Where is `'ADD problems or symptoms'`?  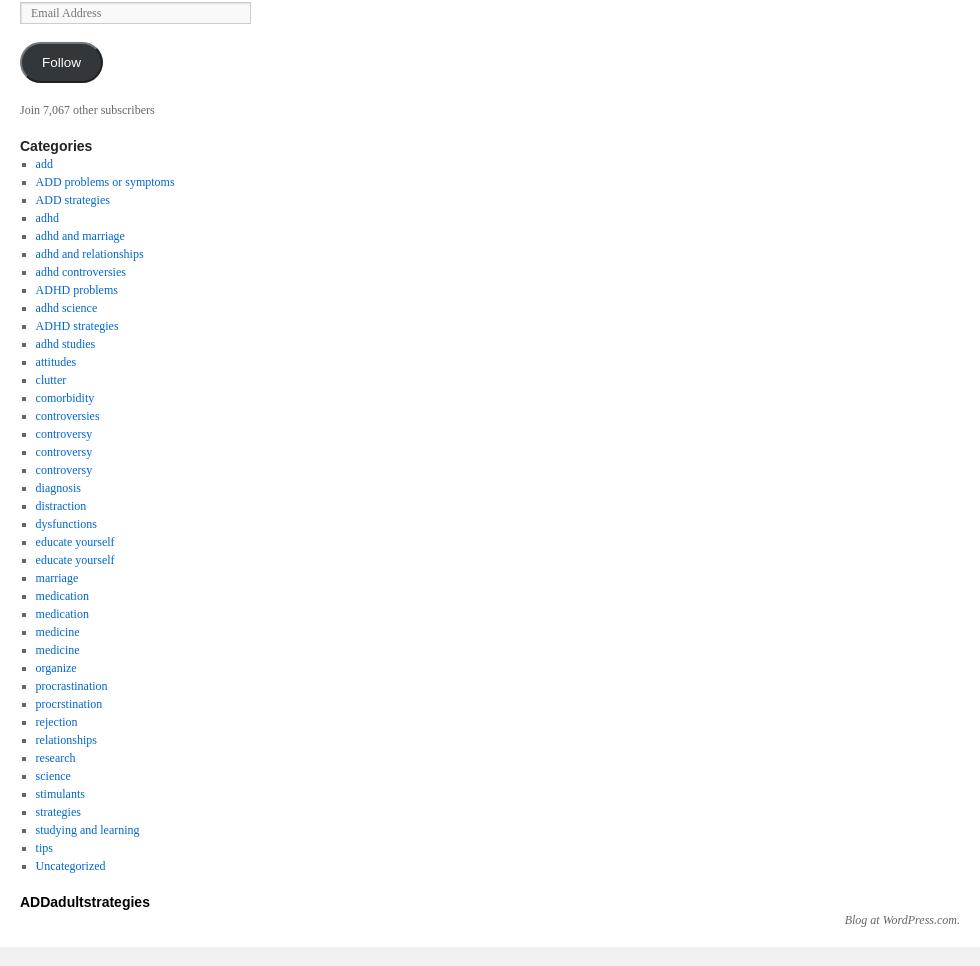 'ADD problems or symptoms' is located at coordinates (104, 181).